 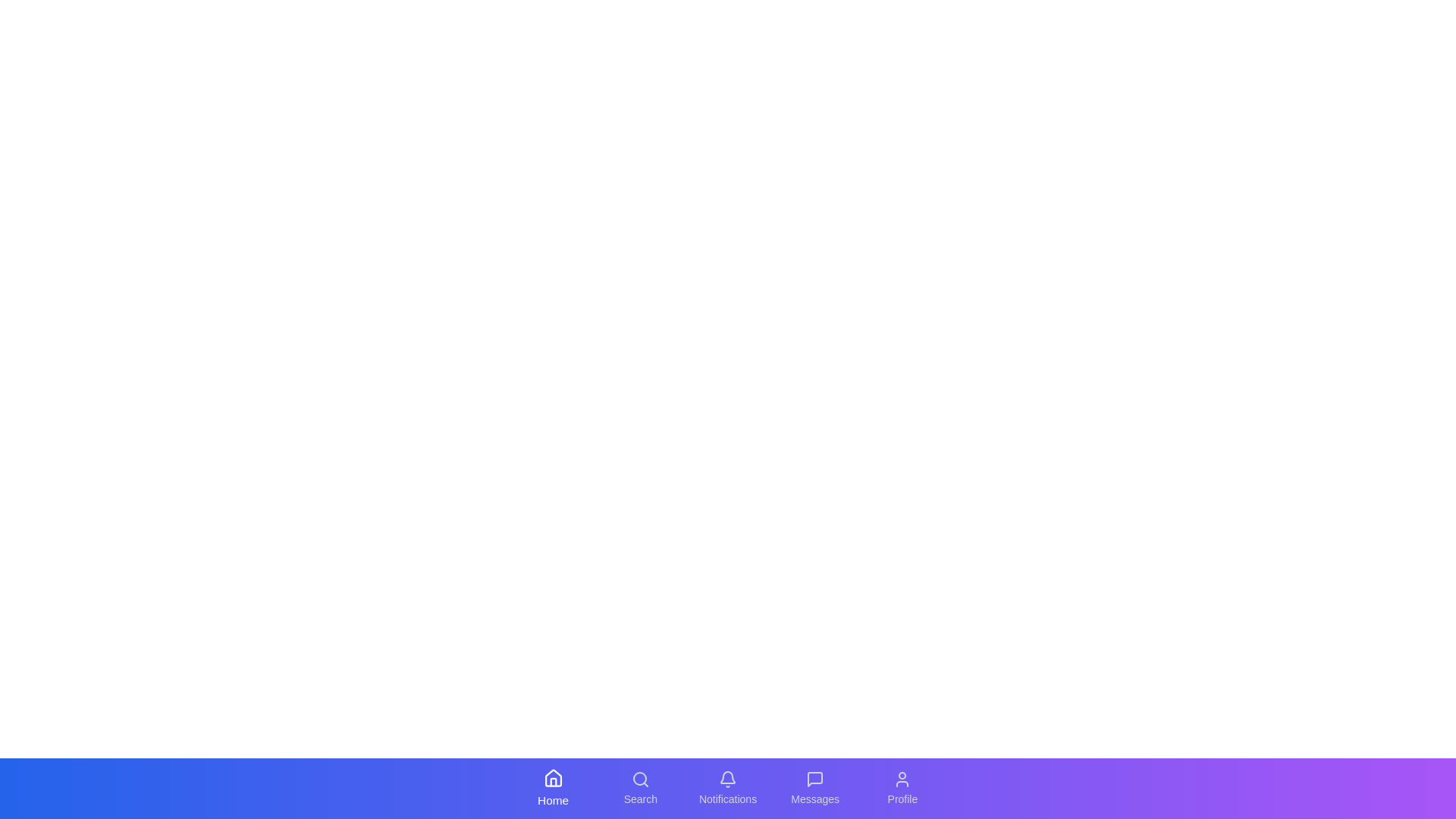 What do you see at coordinates (902, 788) in the screenshot?
I see `the Profile navigation icon to navigate to the corresponding section` at bounding box center [902, 788].